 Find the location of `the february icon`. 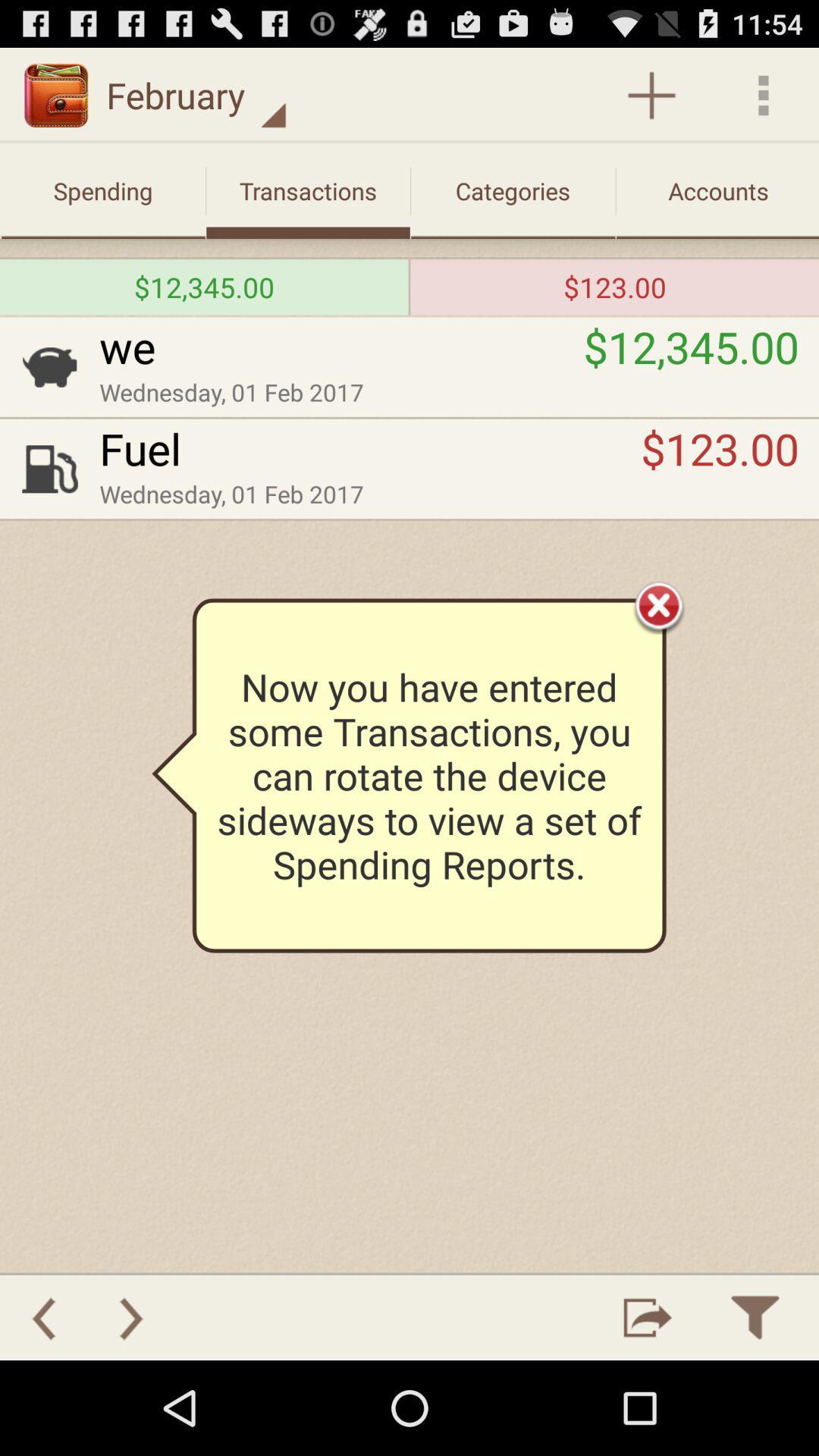

the february icon is located at coordinates (196, 94).